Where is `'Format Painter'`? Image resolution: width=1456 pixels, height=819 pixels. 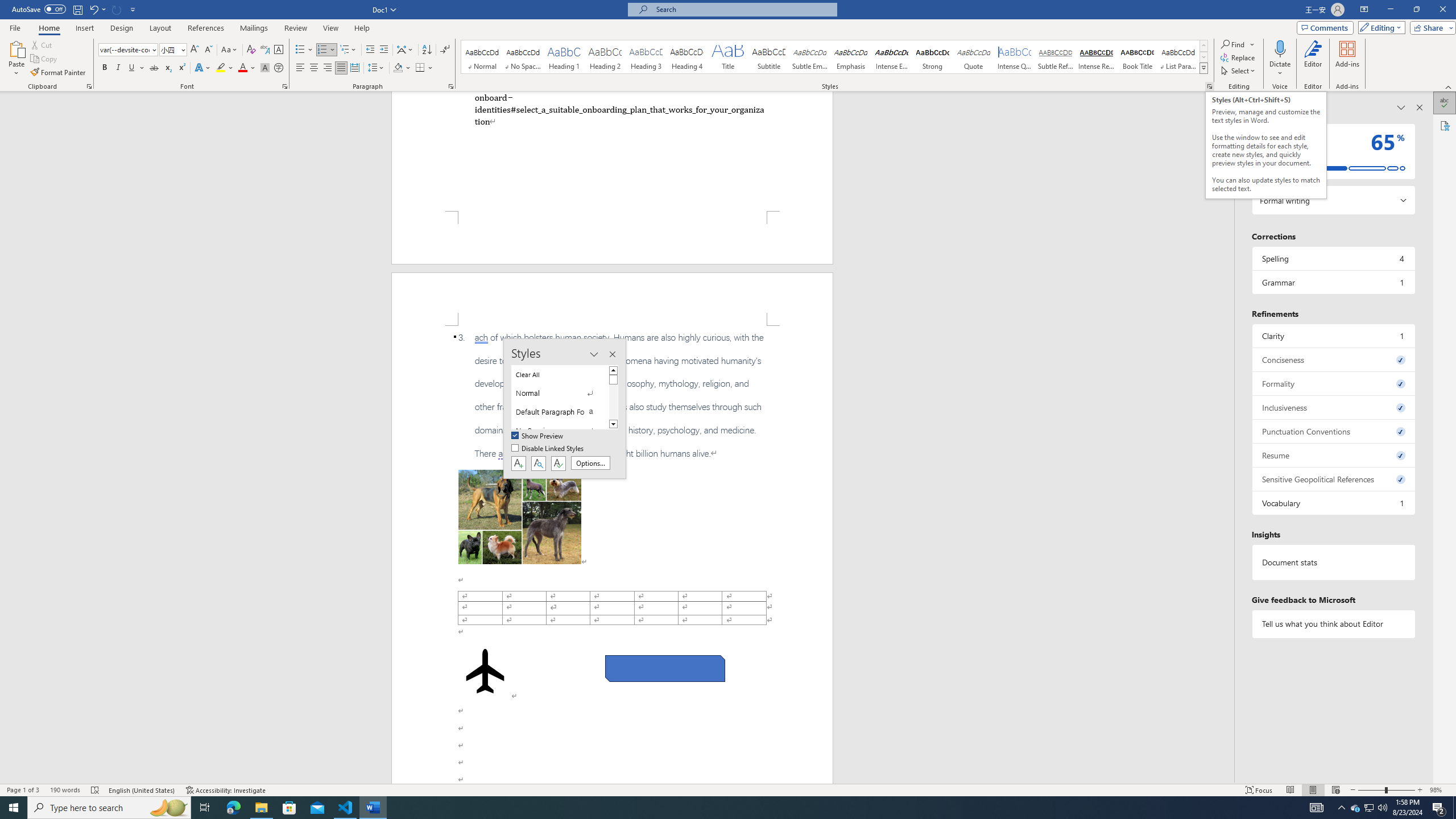
'Format Painter' is located at coordinates (58, 72).